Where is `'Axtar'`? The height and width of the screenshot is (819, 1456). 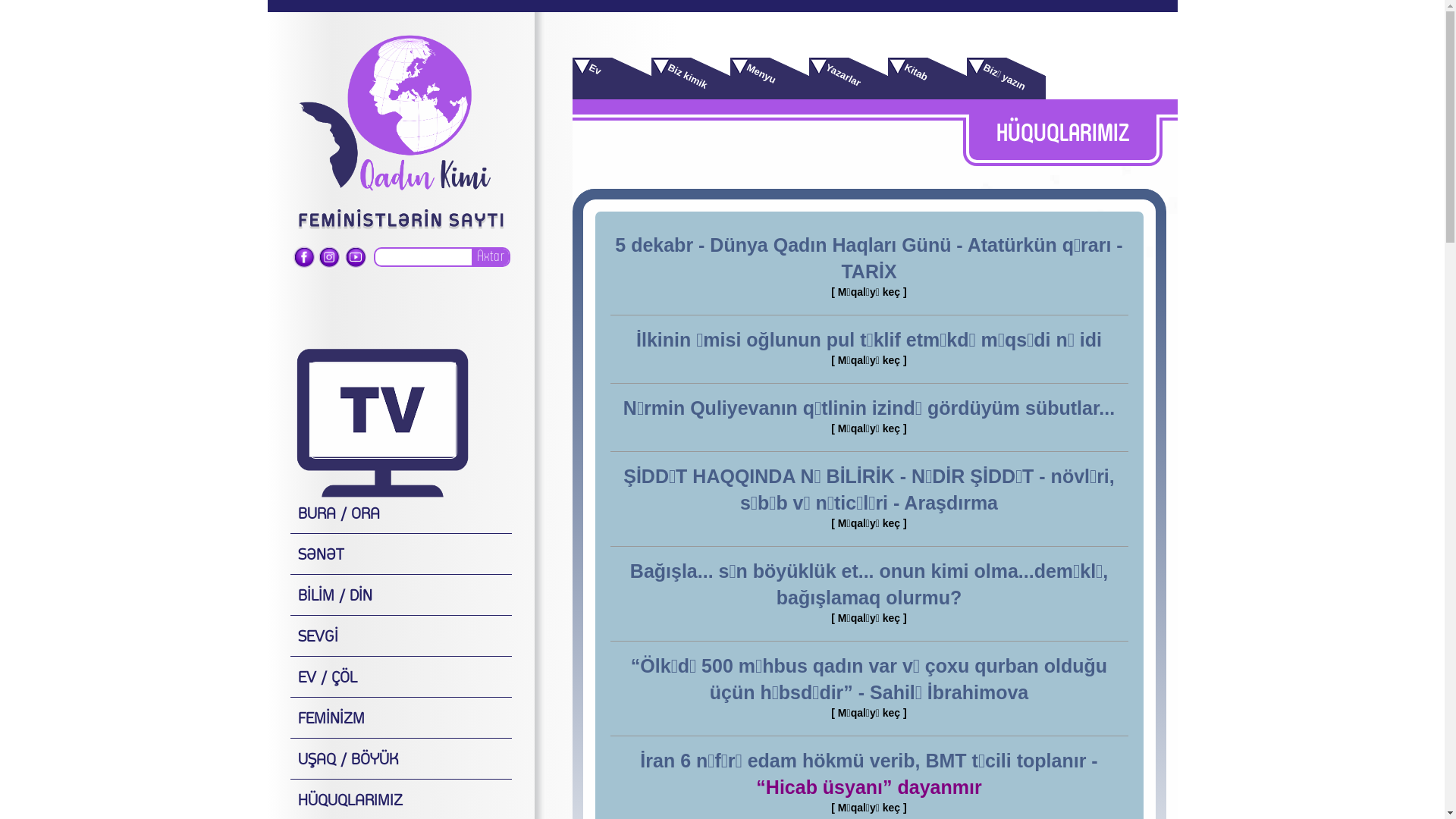
'Axtar' is located at coordinates (471, 256).